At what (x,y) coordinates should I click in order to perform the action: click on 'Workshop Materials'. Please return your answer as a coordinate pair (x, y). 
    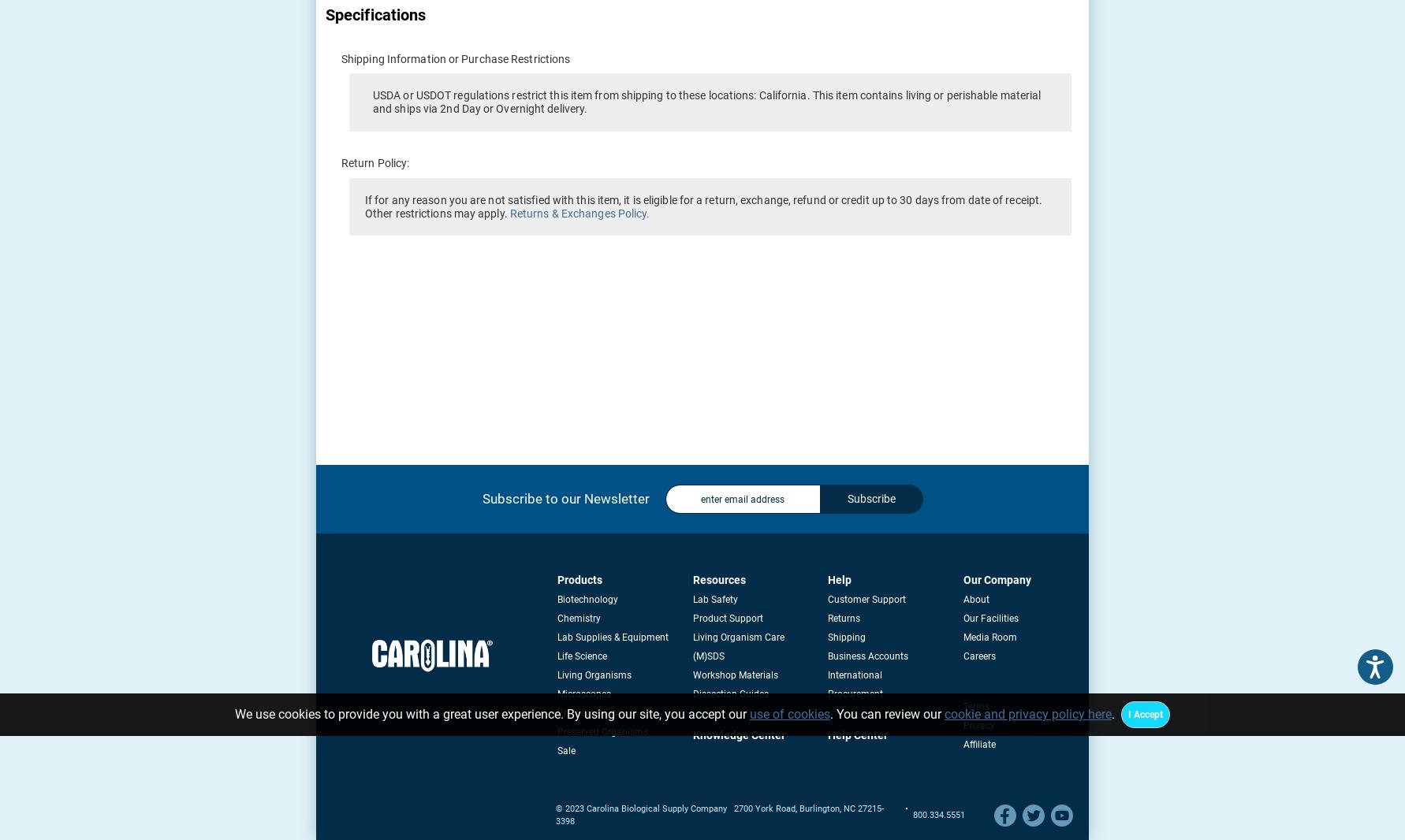
    Looking at the image, I should click on (734, 675).